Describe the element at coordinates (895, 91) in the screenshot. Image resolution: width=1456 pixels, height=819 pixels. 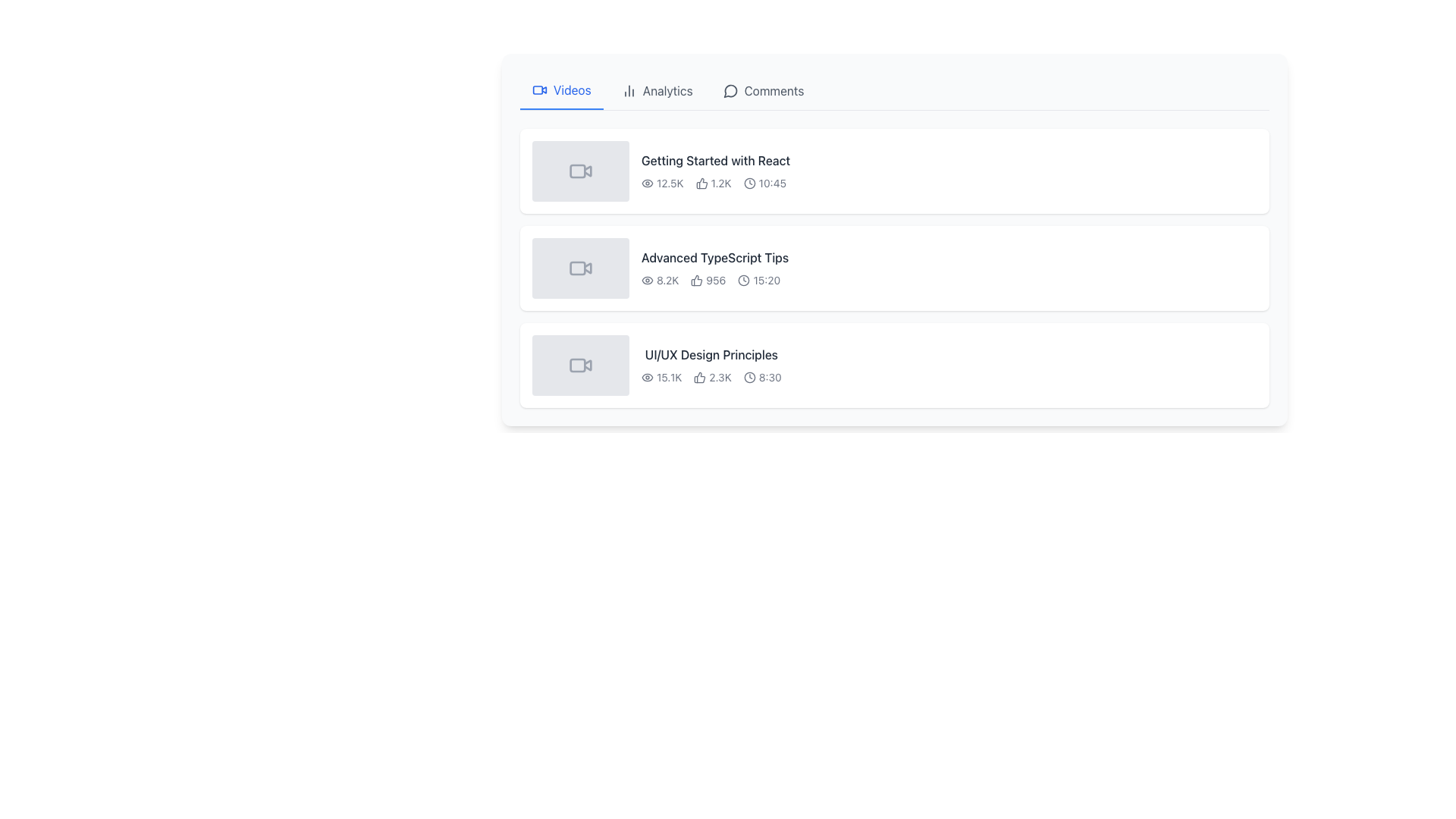
I see `the 'Analytics' tab in the horizontal navigation bar` at that location.